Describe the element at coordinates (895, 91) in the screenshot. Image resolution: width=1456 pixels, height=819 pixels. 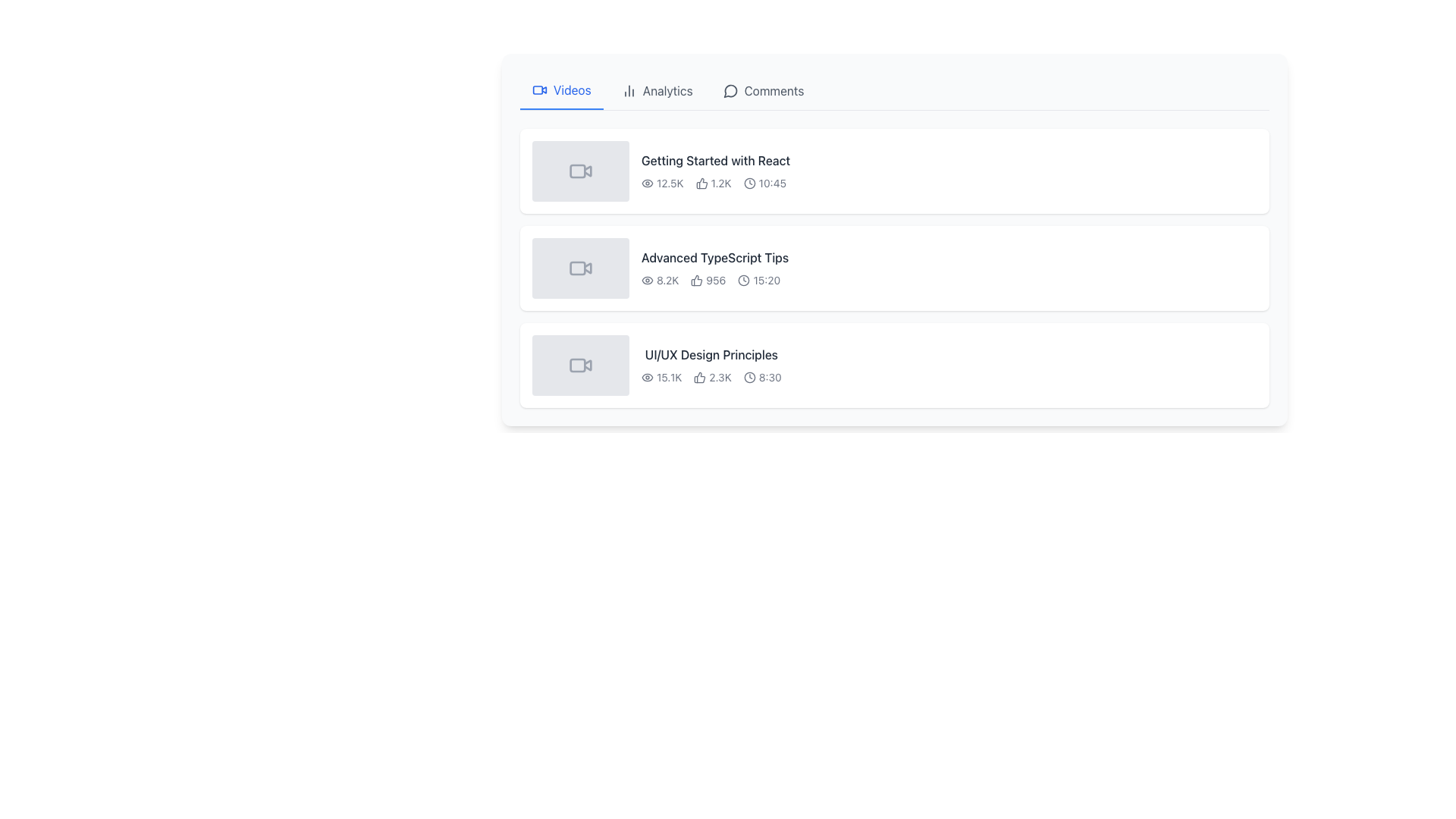
I see `the 'Analytics' tab in the horizontal navigation bar` at that location.